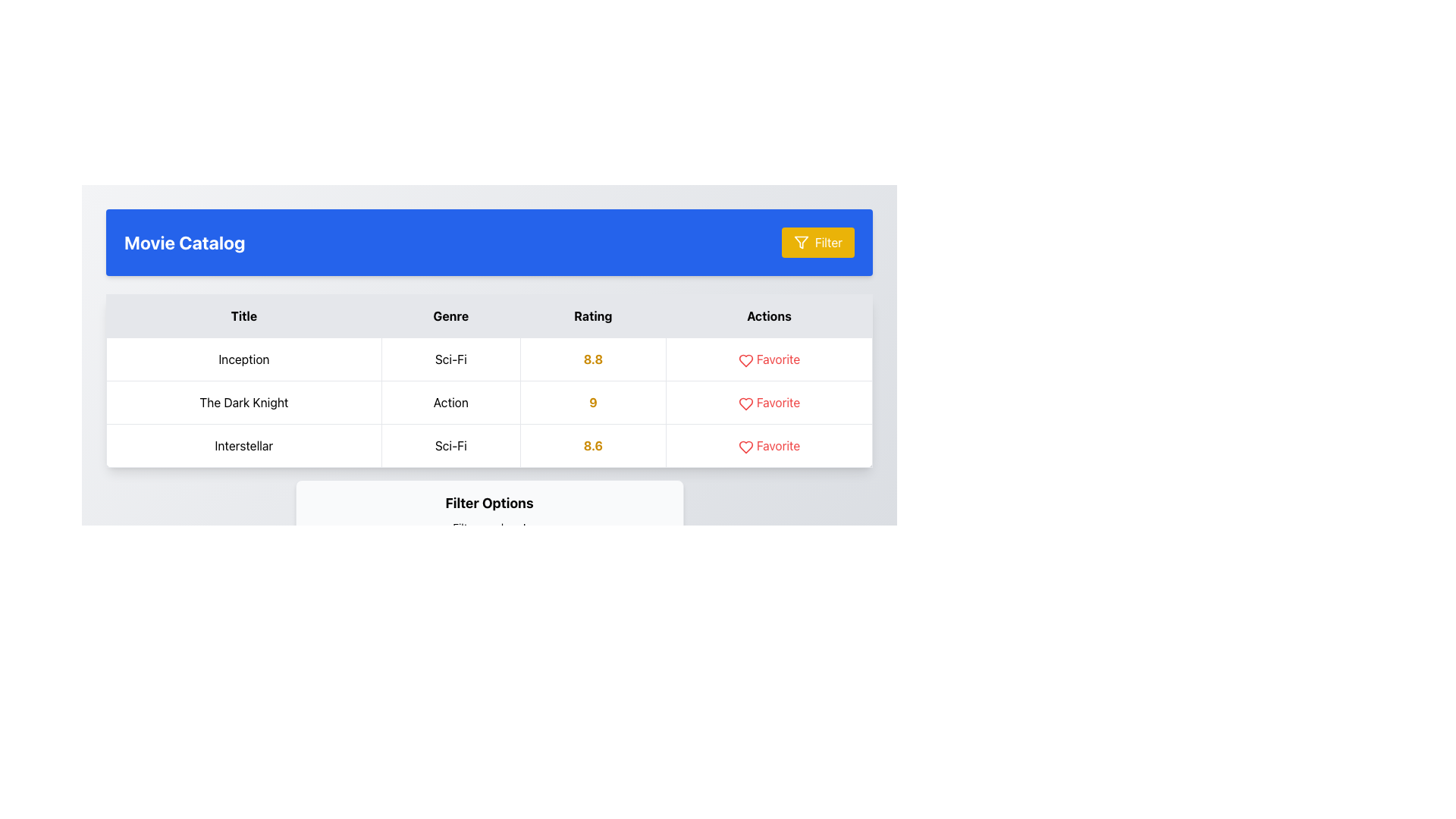 Image resolution: width=1456 pixels, height=819 pixels. Describe the element at coordinates (592, 402) in the screenshot. I see `the bold, yellow number '9' displayed in the 'Rating' column for the row labeled 'The Dark Knight' in the table layout` at that location.